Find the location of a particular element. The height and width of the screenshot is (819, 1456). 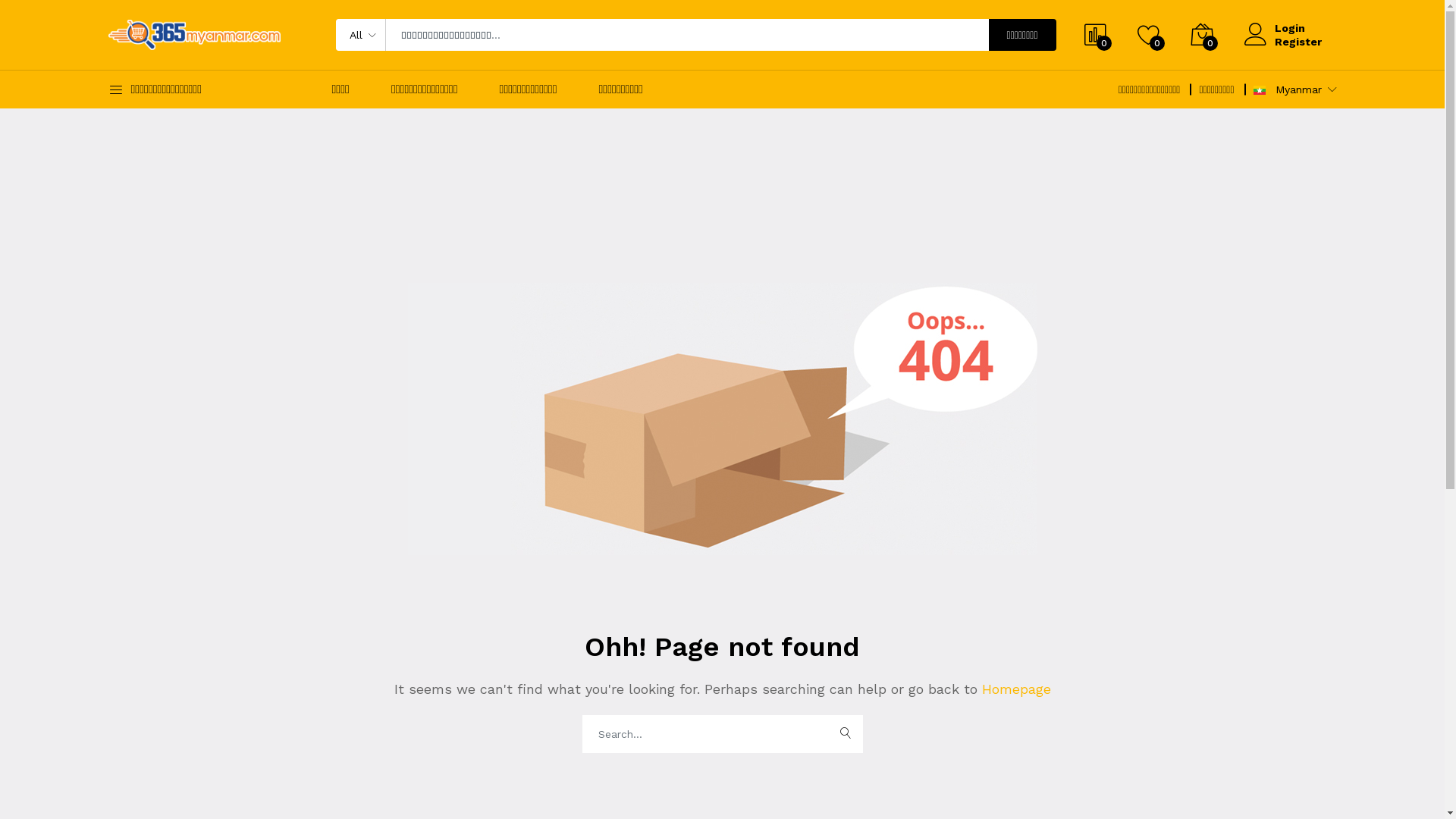

'0' is located at coordinates (1189, 34).